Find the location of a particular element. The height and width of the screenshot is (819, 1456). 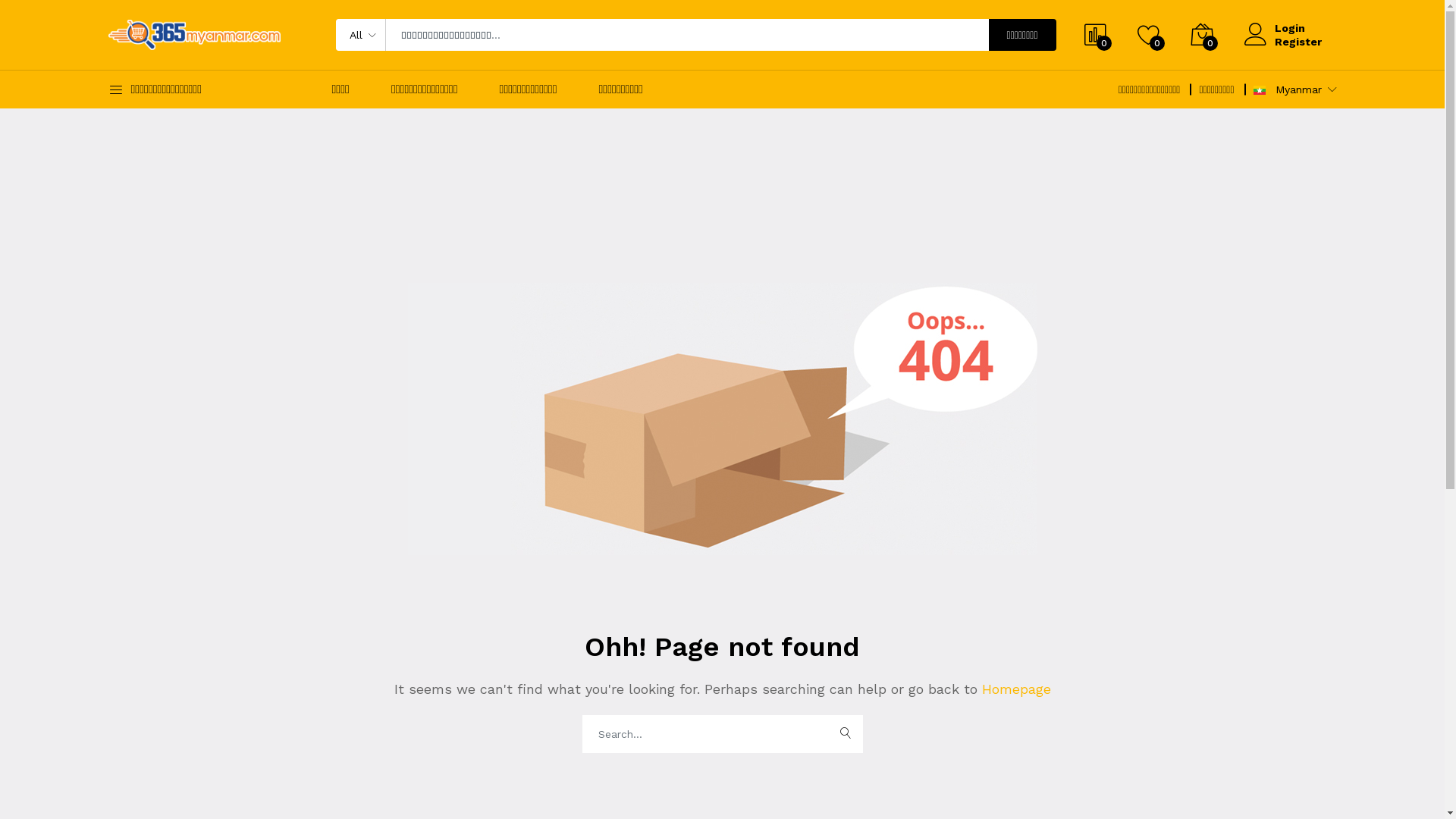

'0' is located at coordinates (1189, 34).